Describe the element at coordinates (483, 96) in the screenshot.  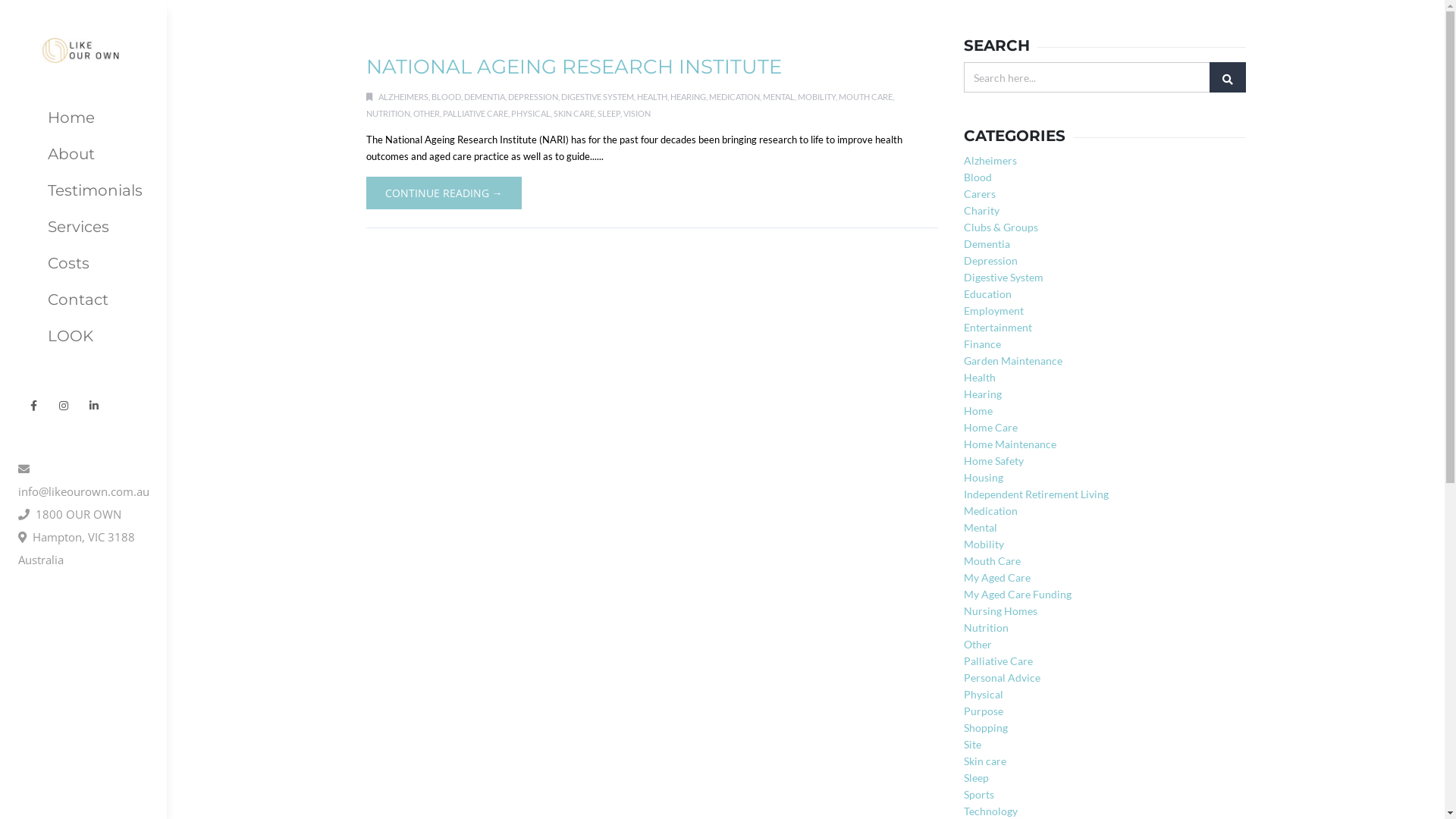
I see `'DEMENTIA'` at that location.